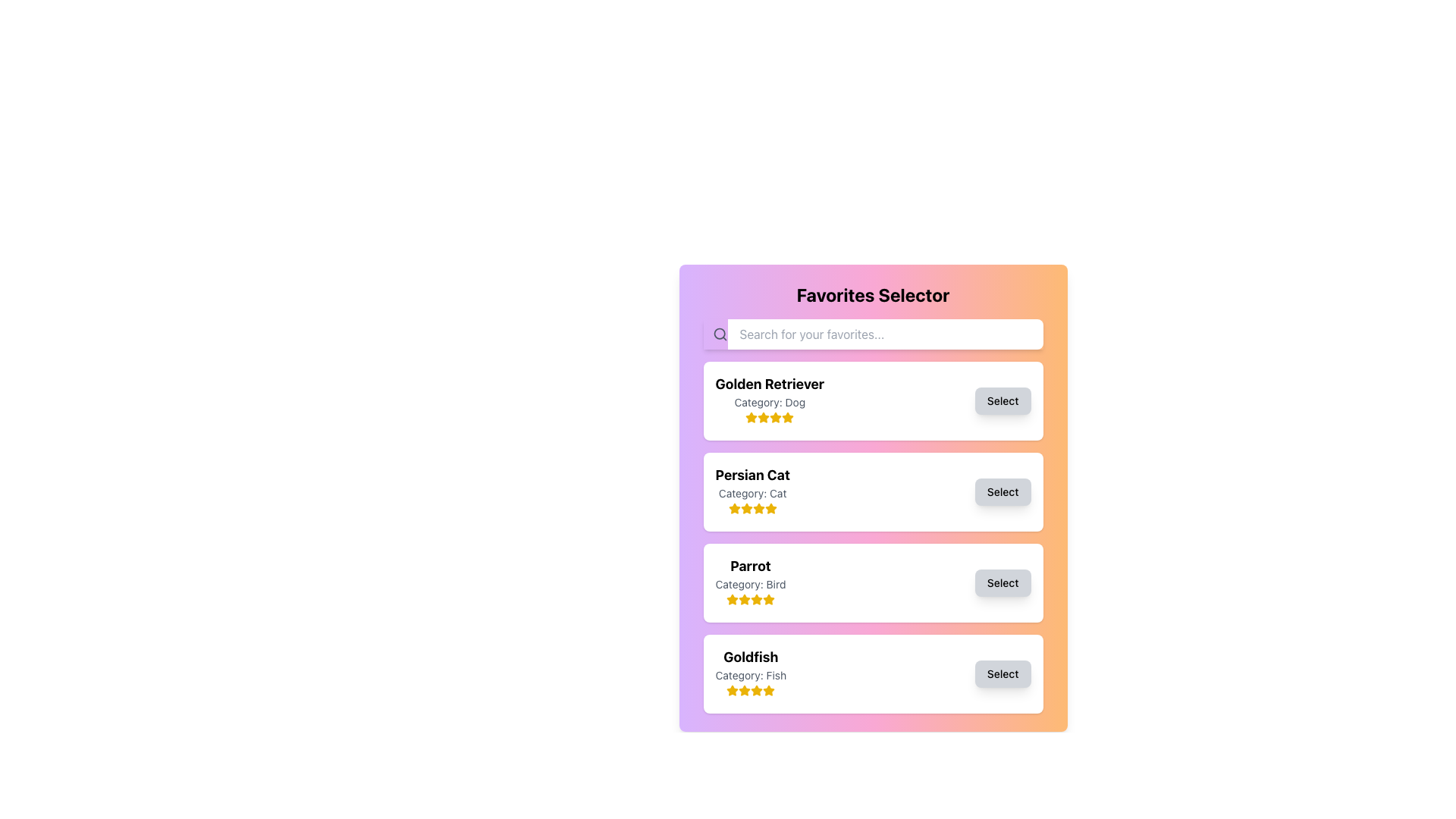 The image size is (1456, 819). Describe the element at coordinates (764, 418) in the screenshot. I see `the third star icon from the left in the group of five stars below 'Golden Retriever' in the favorites list` at that location.